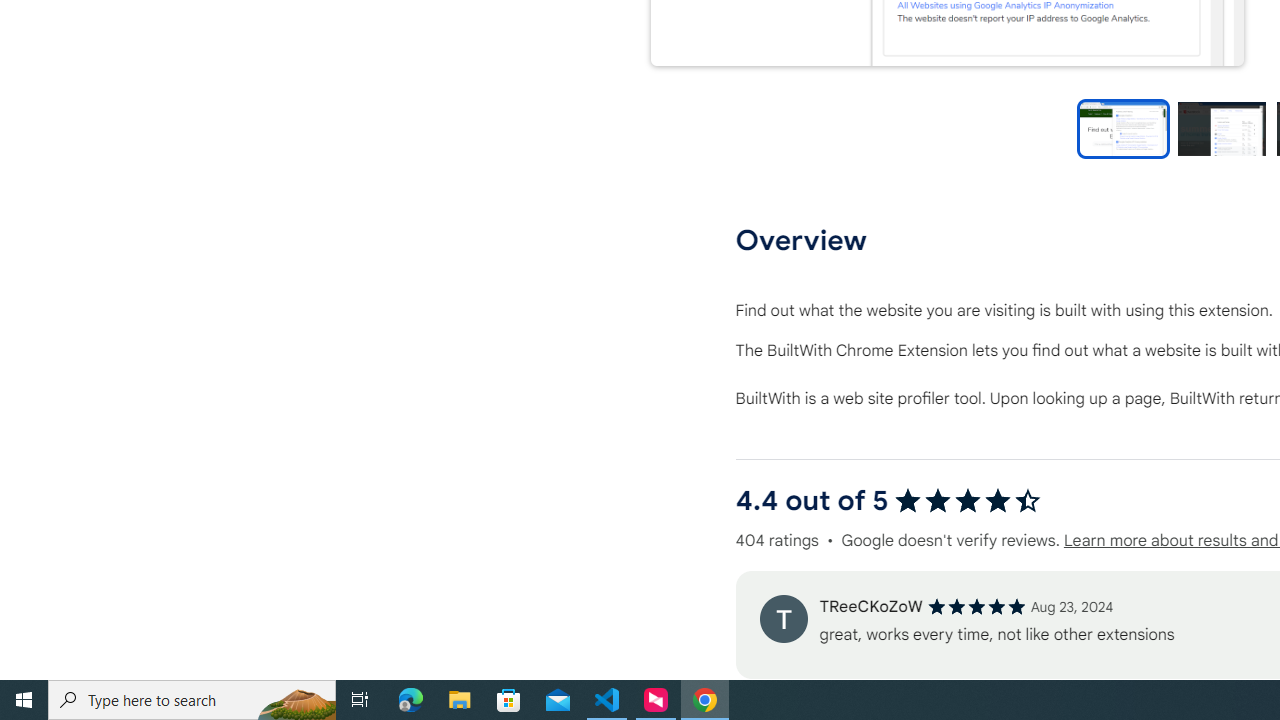 Image resolution: width=1280 pixels, height=720 pixels. Describe the element at coordinates (782, 617) in the screenshot. I see `'Review'` at that location.